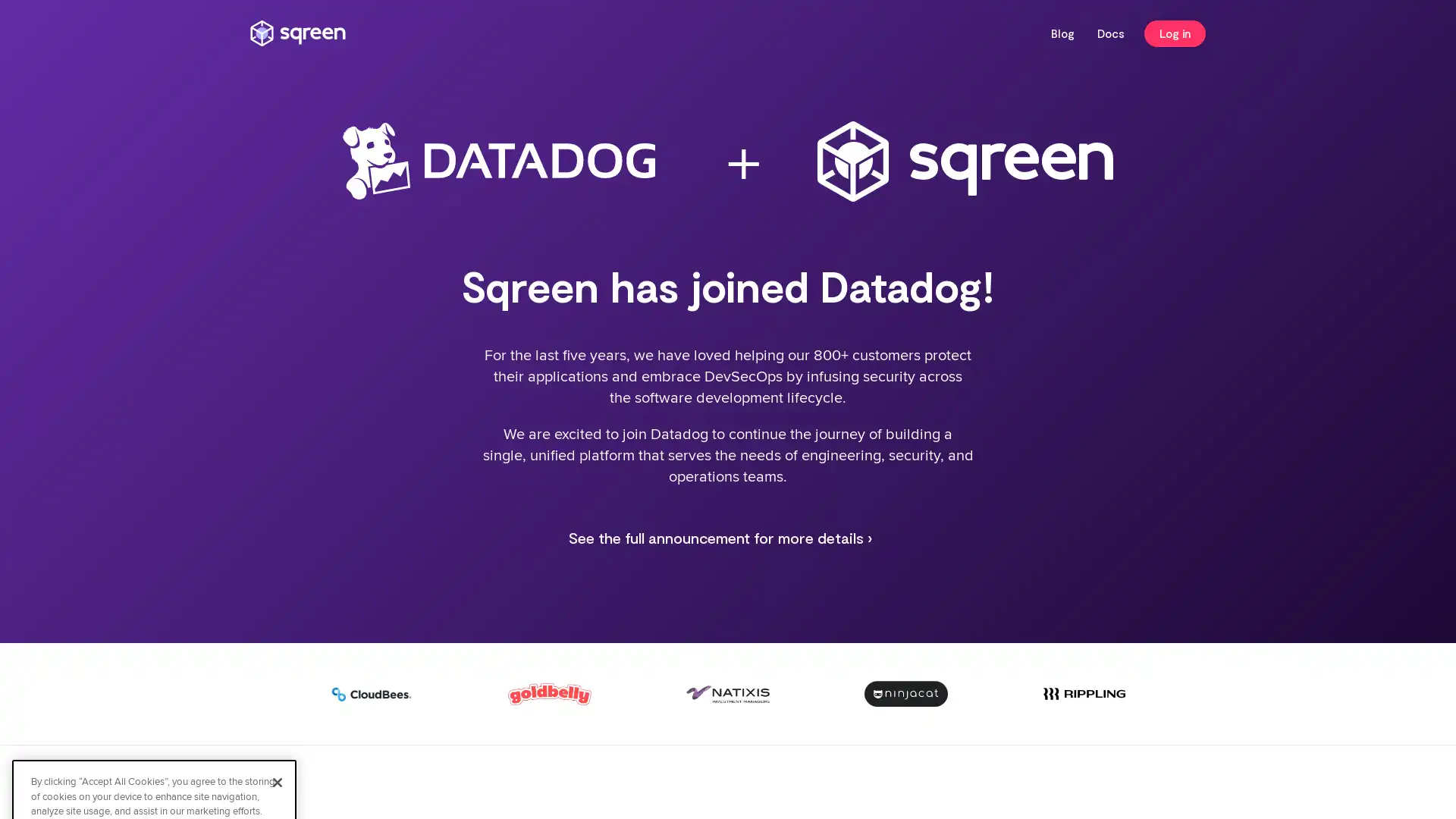 The width and height of the screenshot is (1456, 819). What do you see at coordinates (154, 721) in the screenshot?
I see `Accept All Cookies` at bounding box center [154, 721].